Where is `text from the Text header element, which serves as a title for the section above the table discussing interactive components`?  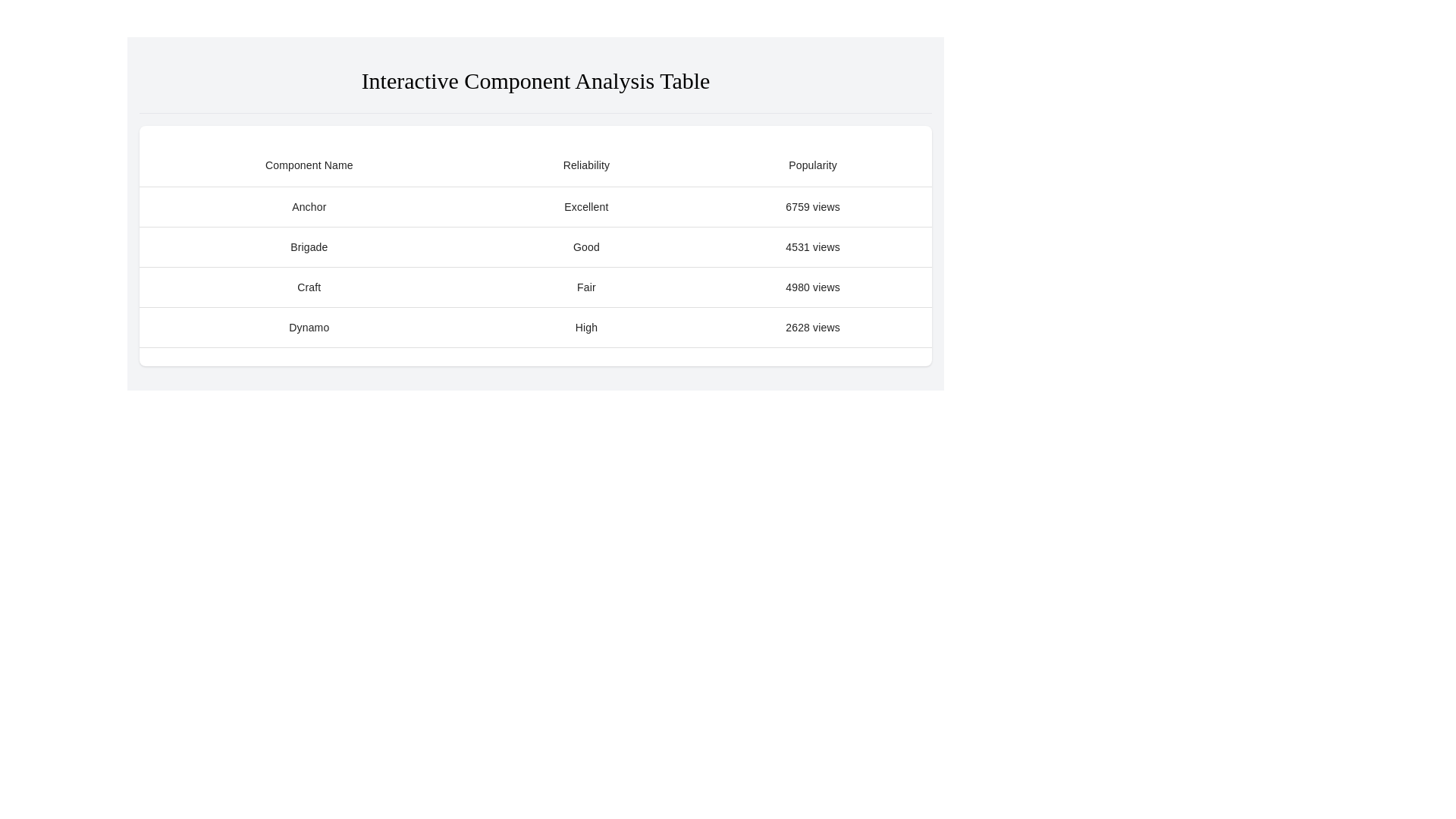 text from the Text header element, which serves as a title for the section above the table discussing interactive components is located at coordinates (535, 81).